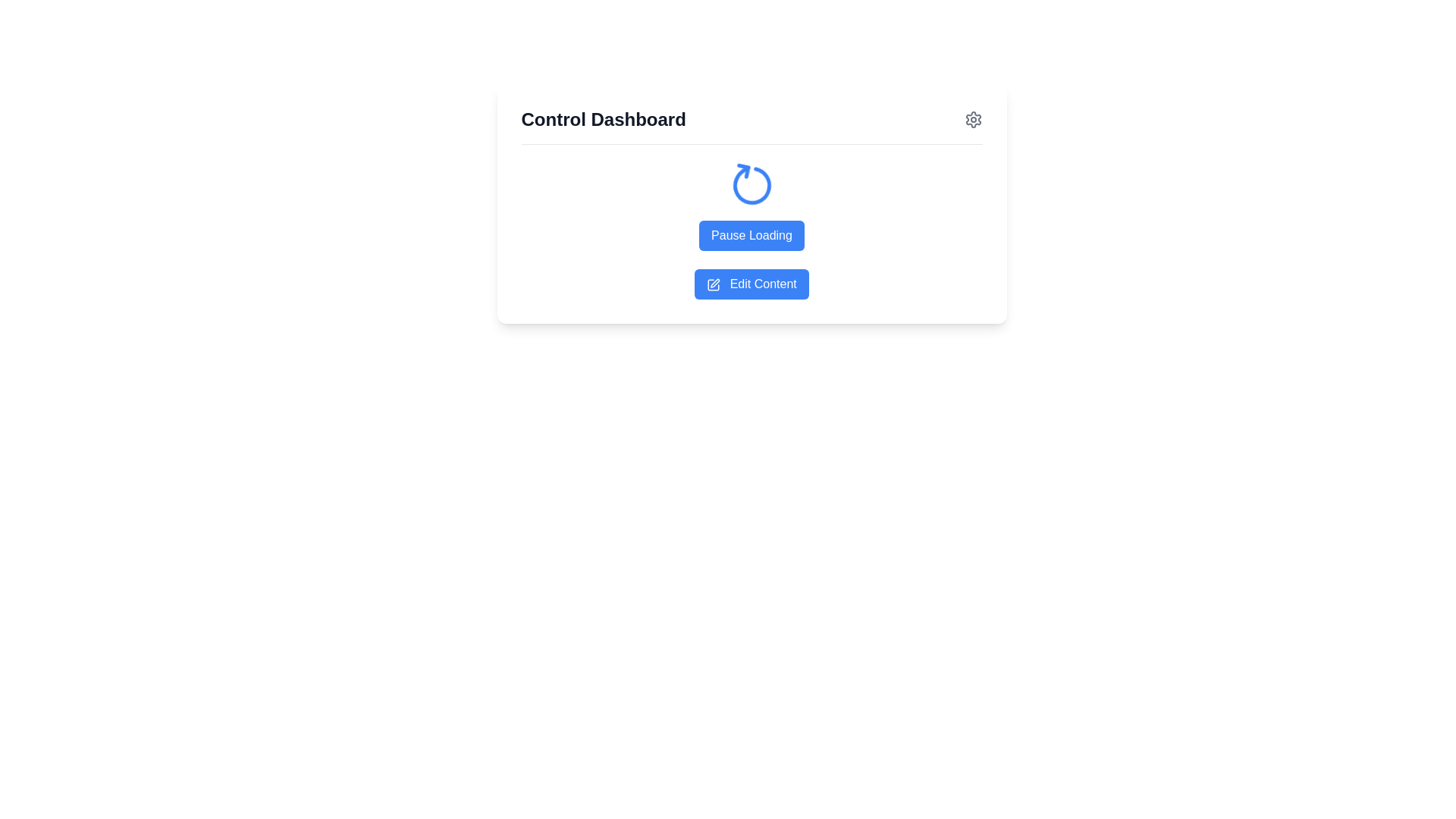  Describe the element at coordinates (752, 185) in the screenshot. I see `the loading indicator icon located at the center of the containing panel, which is positioned above the 'Pause Loading' button` at that location.